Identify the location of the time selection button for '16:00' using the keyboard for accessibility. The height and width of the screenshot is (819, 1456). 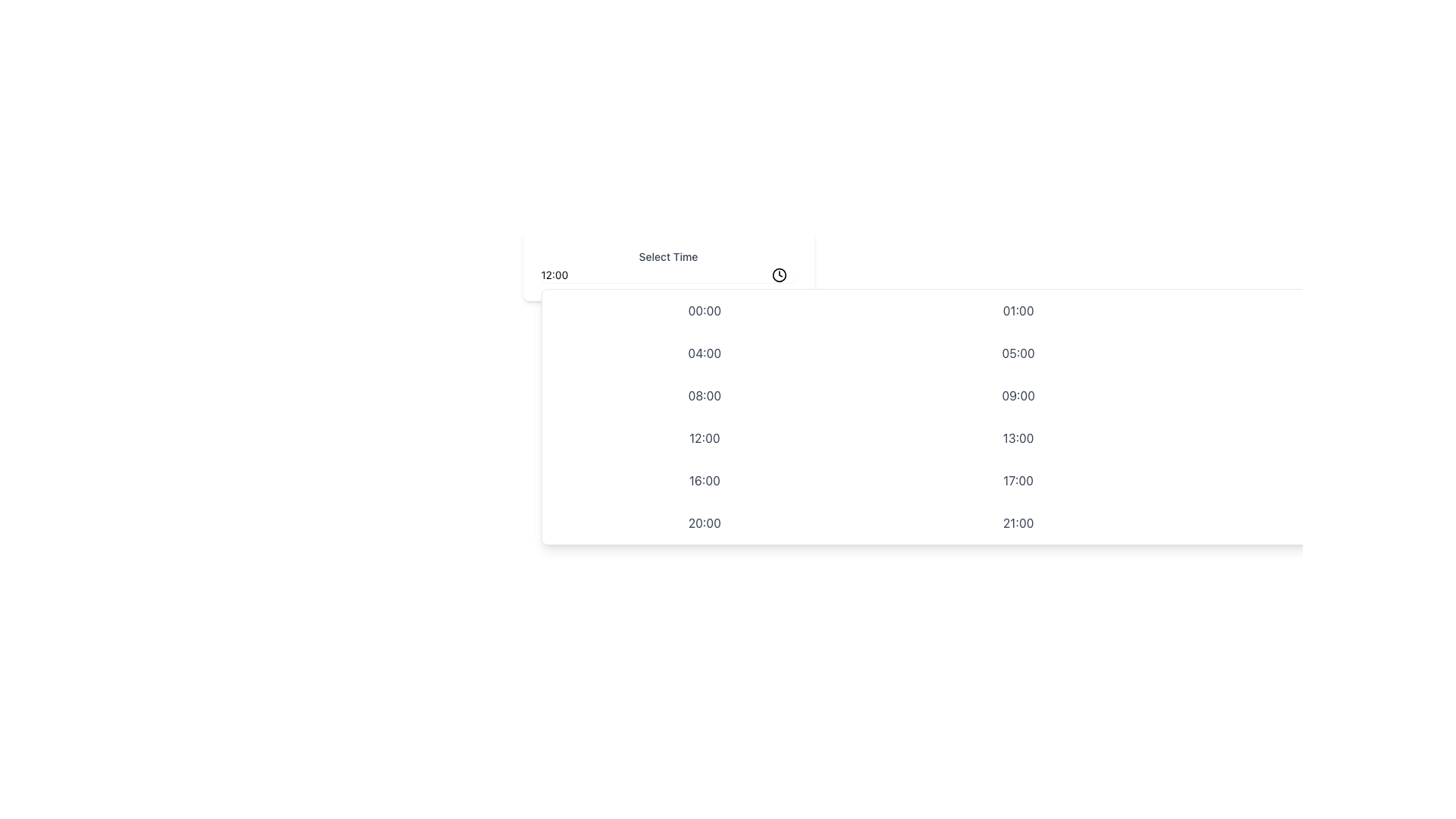
(704, 480).